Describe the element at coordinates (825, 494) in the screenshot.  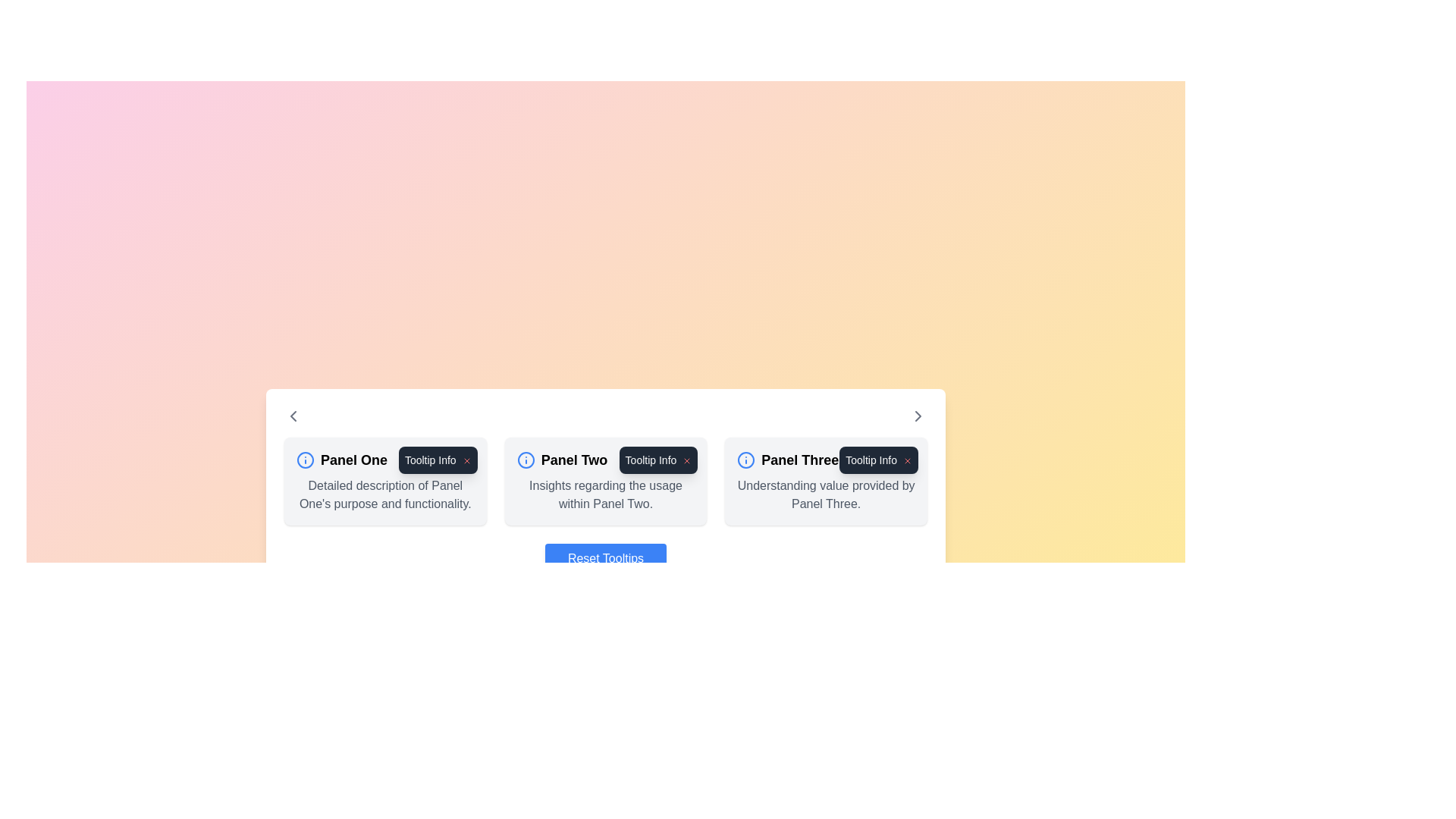
I see `the informative static text description related to 'Panel Three' located at the center-bottom area of the card` at that location.